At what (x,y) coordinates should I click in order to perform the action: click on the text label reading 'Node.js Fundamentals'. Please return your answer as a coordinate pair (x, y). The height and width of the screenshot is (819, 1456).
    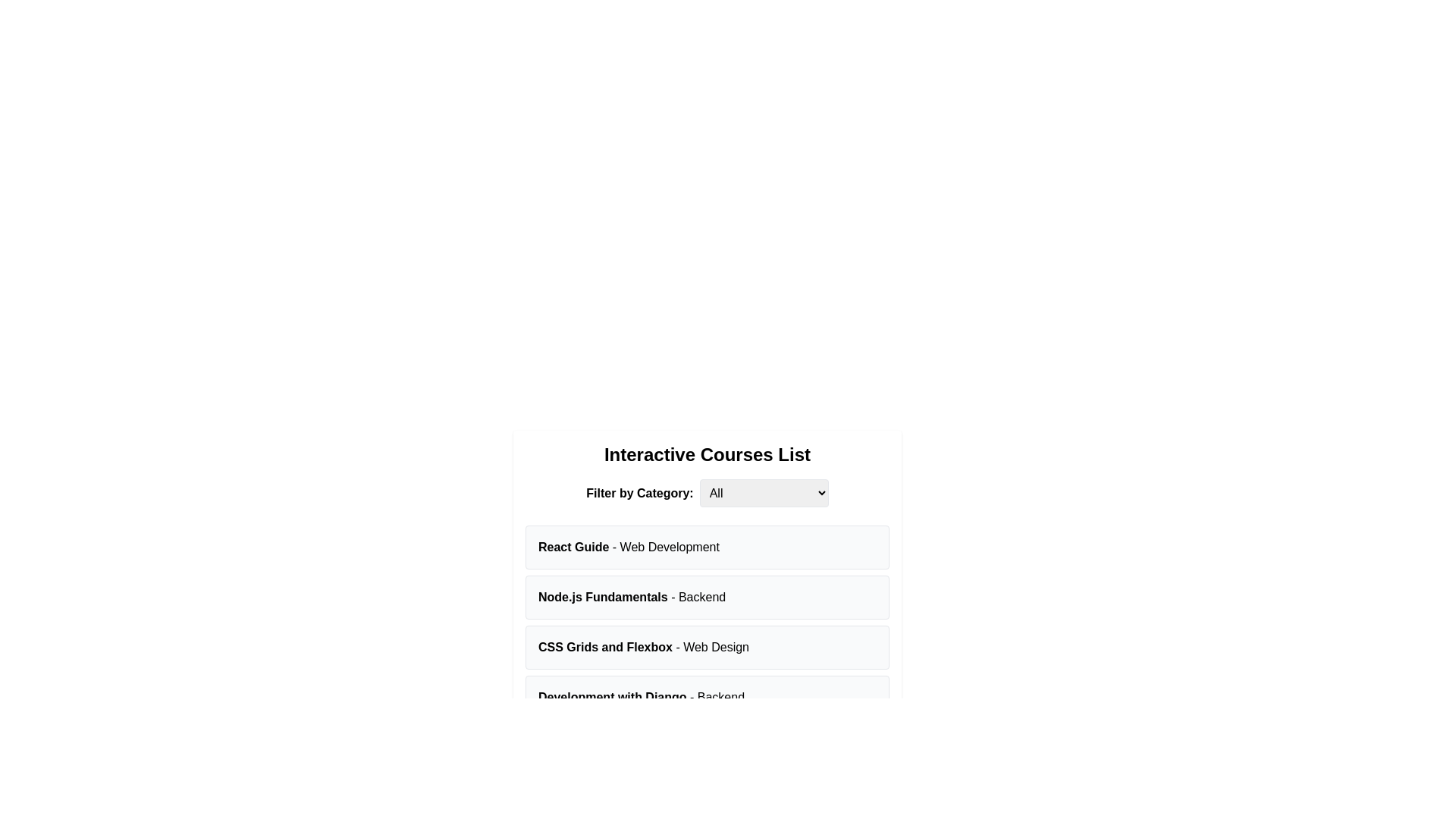
    Looking at the image, I should click on (602, 596).